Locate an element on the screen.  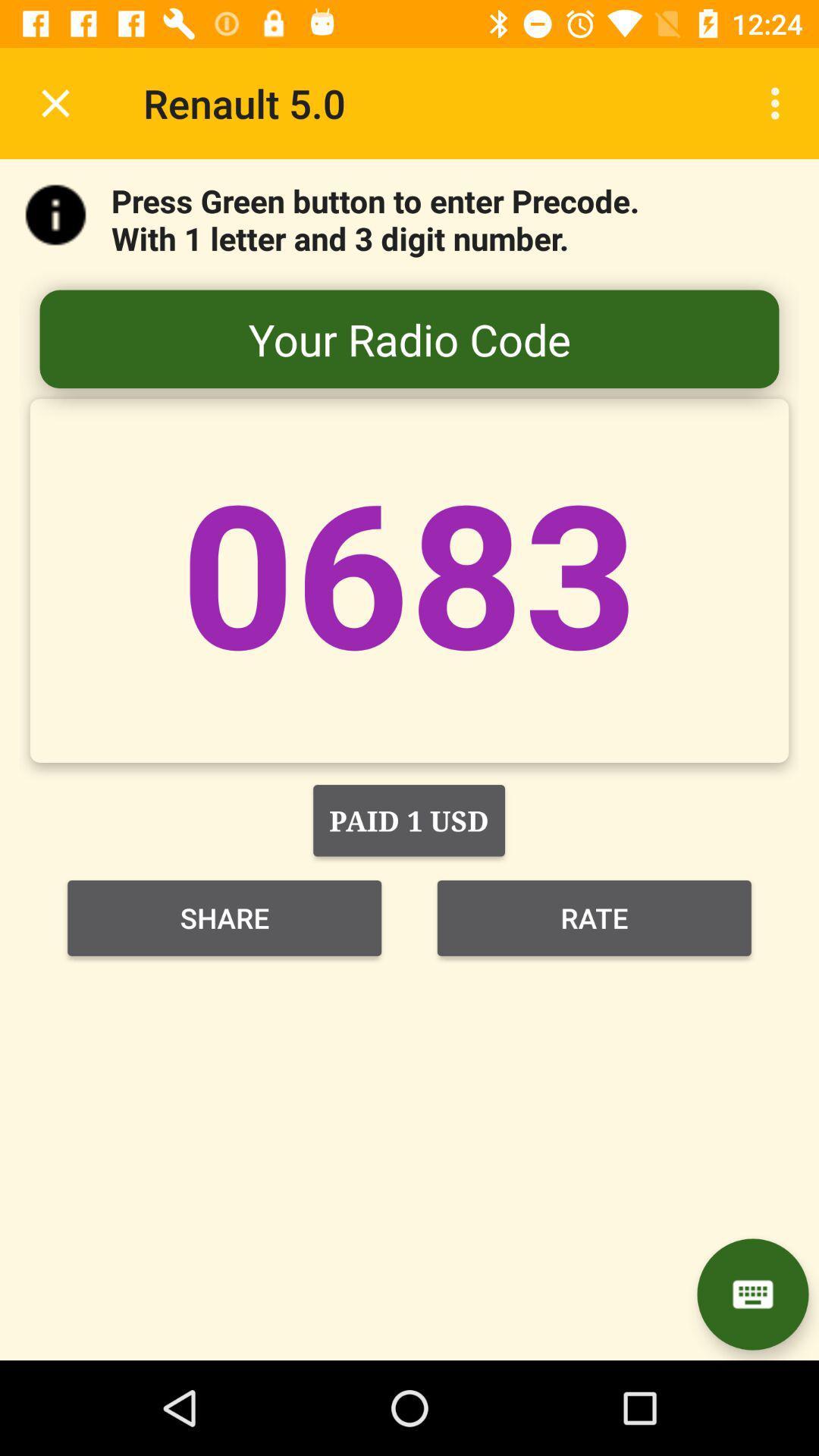
the icon below paid 1 usd icon is located at coordinates (224, 917).